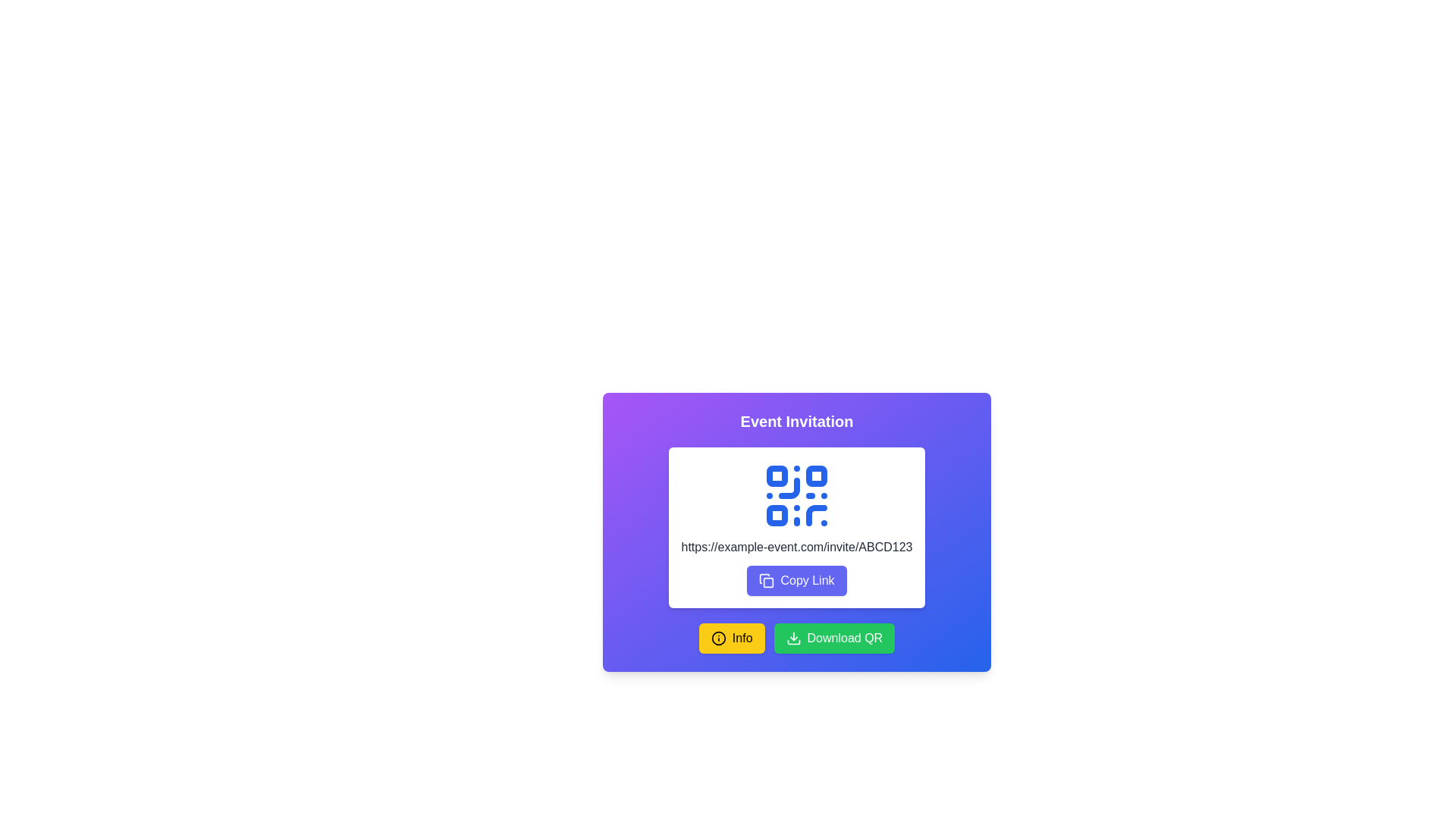 This screenshot has height=819, width=1456. Describe the element at coordinates (767, 580) in the screenshot. I see `the minimalist copy icon located within the 'Copy Link' button, which has a blue background and white text, to initiate the copy action` at that location.